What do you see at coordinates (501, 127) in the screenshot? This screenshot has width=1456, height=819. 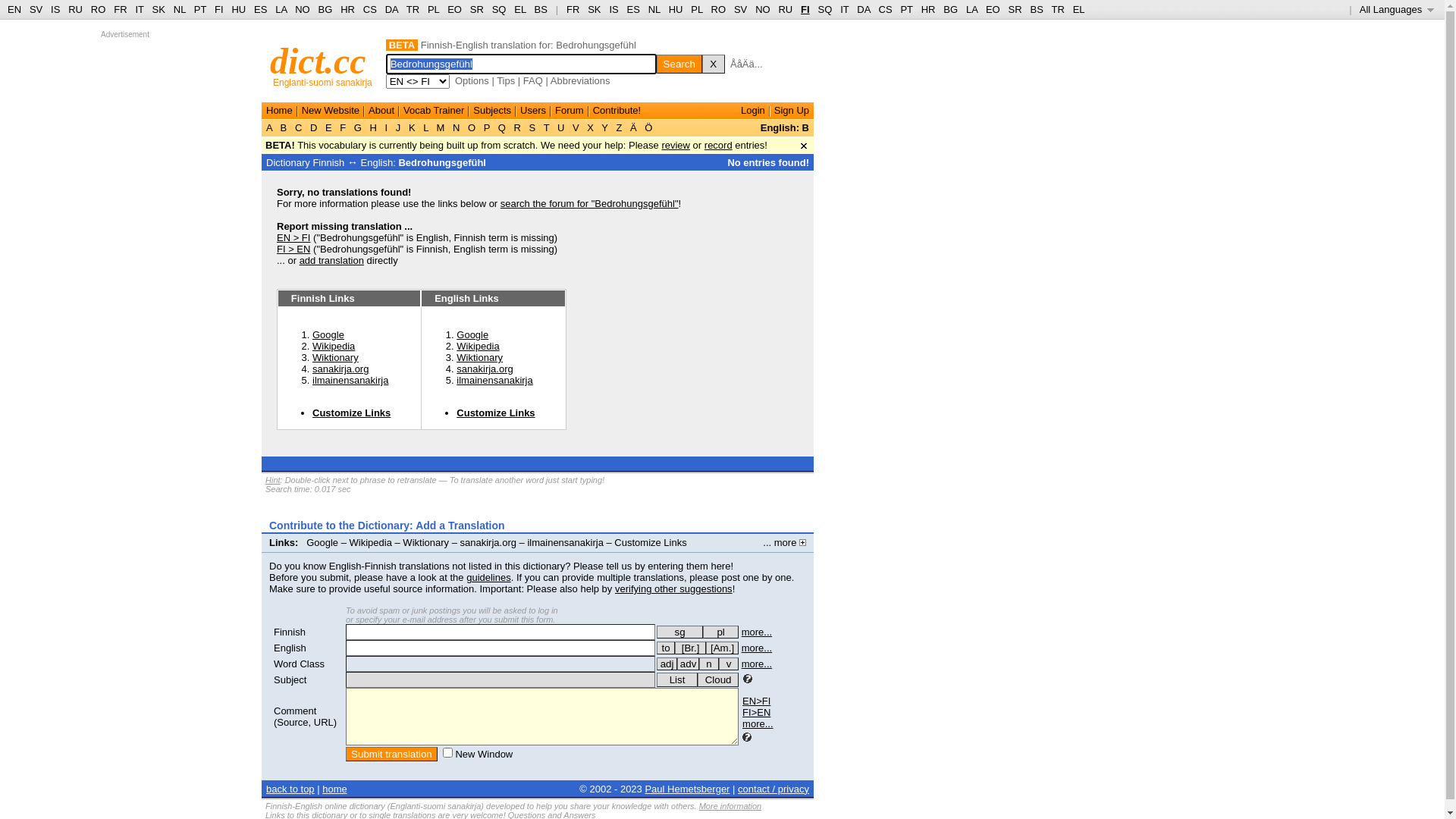 I see `'Q'` at bounding box center [501, 127].